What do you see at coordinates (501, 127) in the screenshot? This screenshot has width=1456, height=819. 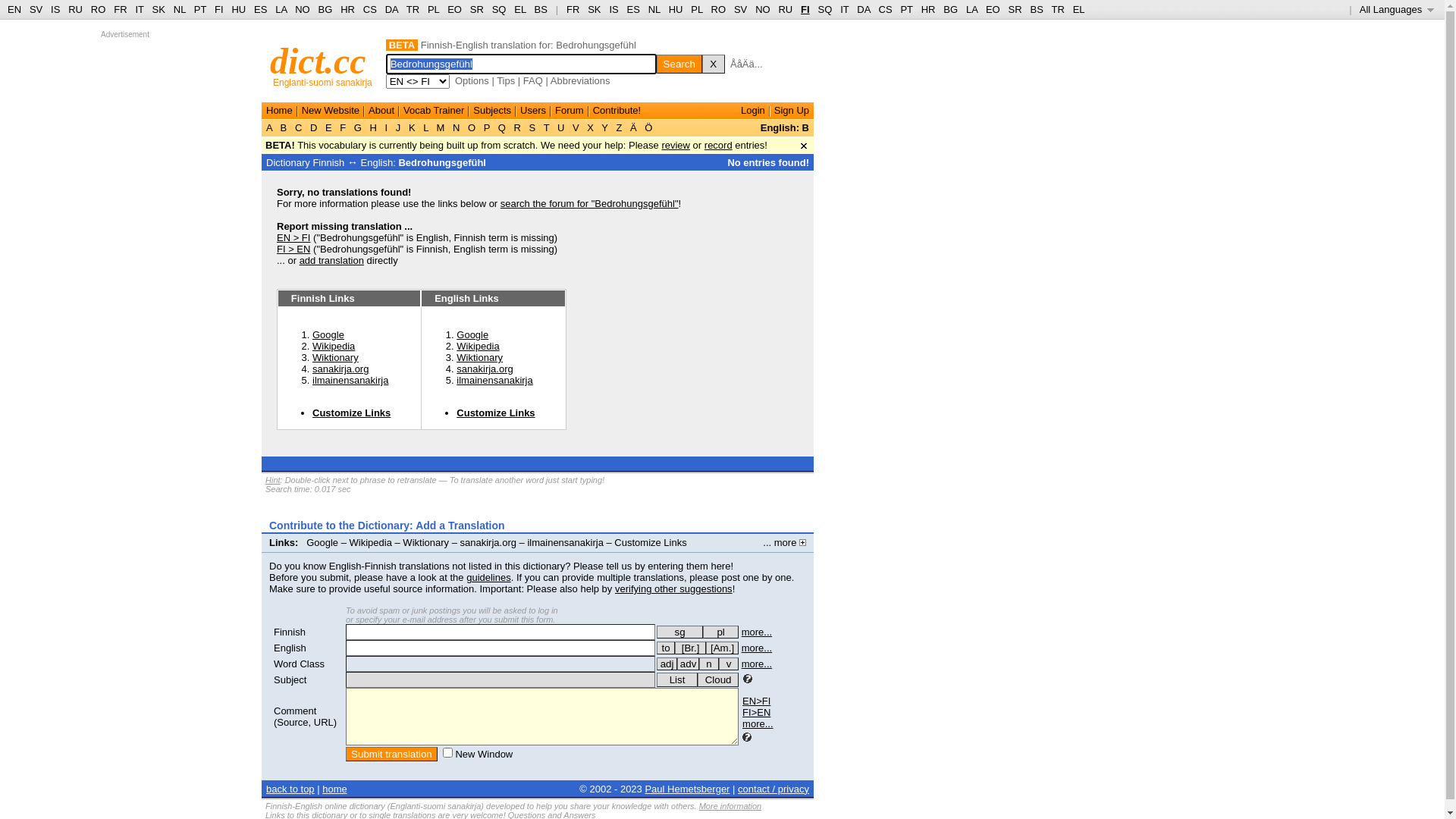 I see `'Q'` at bounding box center [501, 127].